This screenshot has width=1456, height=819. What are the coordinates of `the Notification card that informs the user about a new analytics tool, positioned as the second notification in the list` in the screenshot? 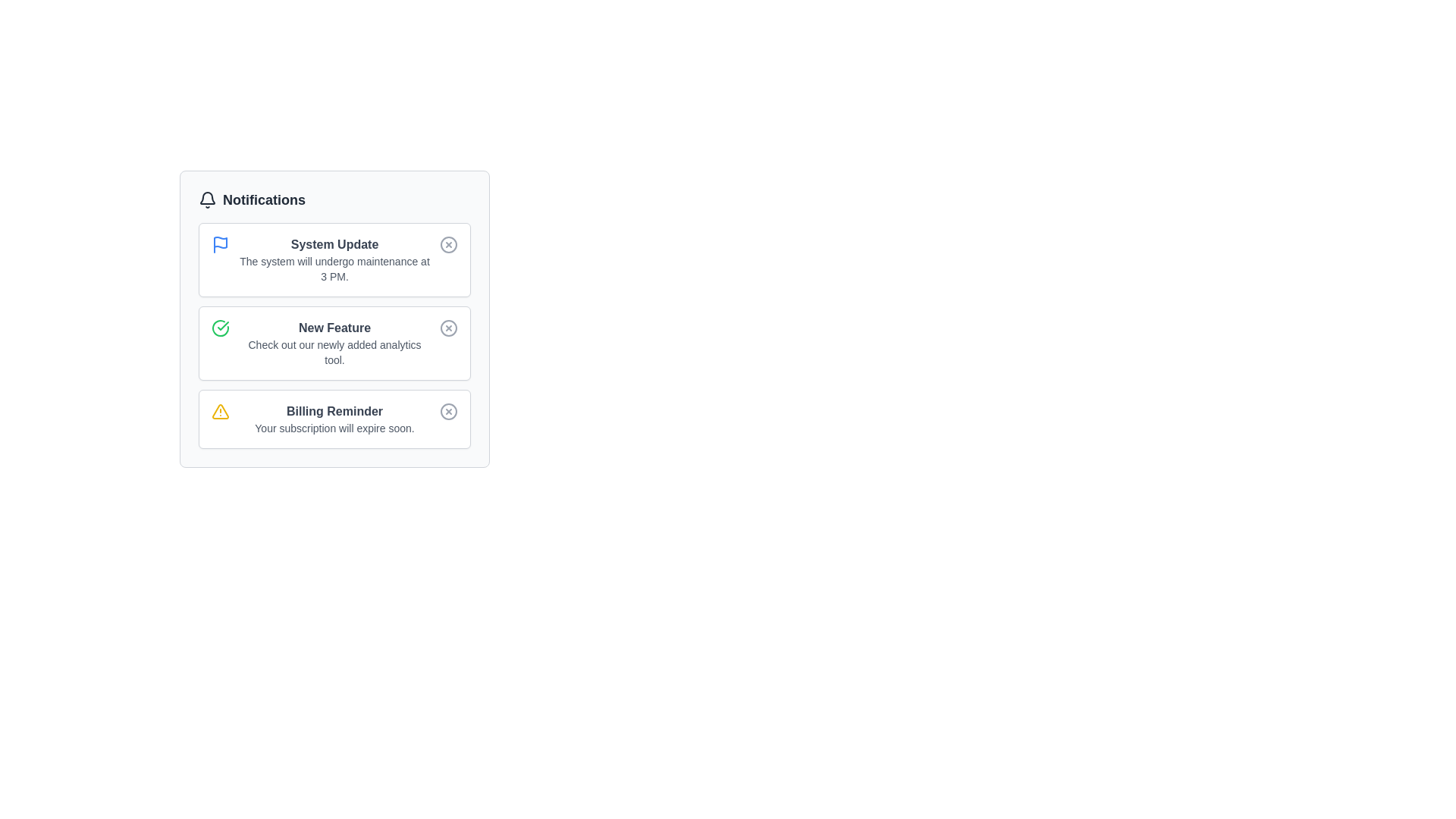 It's located at (334, 343).